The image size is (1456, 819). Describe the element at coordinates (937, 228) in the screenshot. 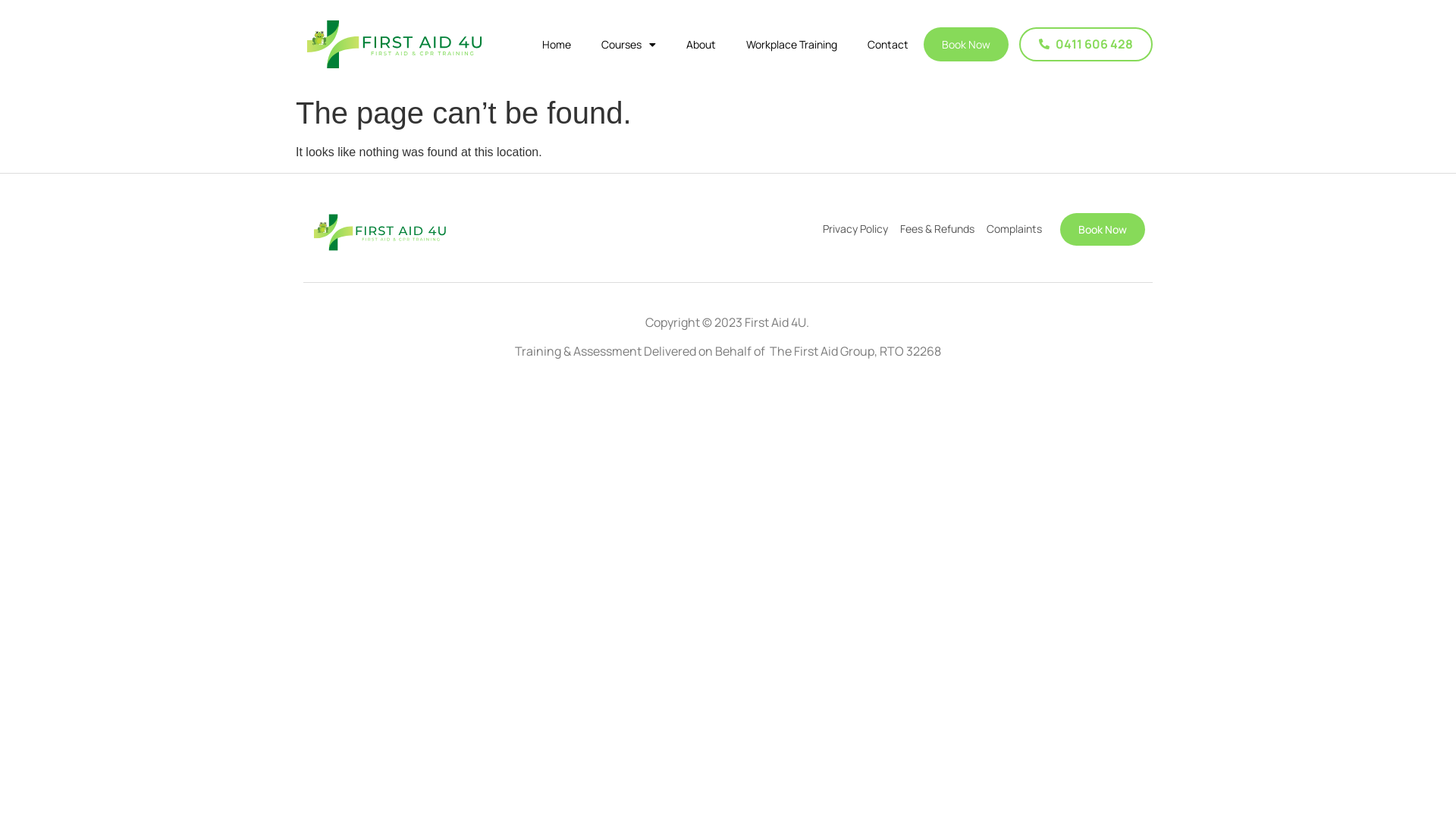

I see `'Fees & Refunds'` at that location.